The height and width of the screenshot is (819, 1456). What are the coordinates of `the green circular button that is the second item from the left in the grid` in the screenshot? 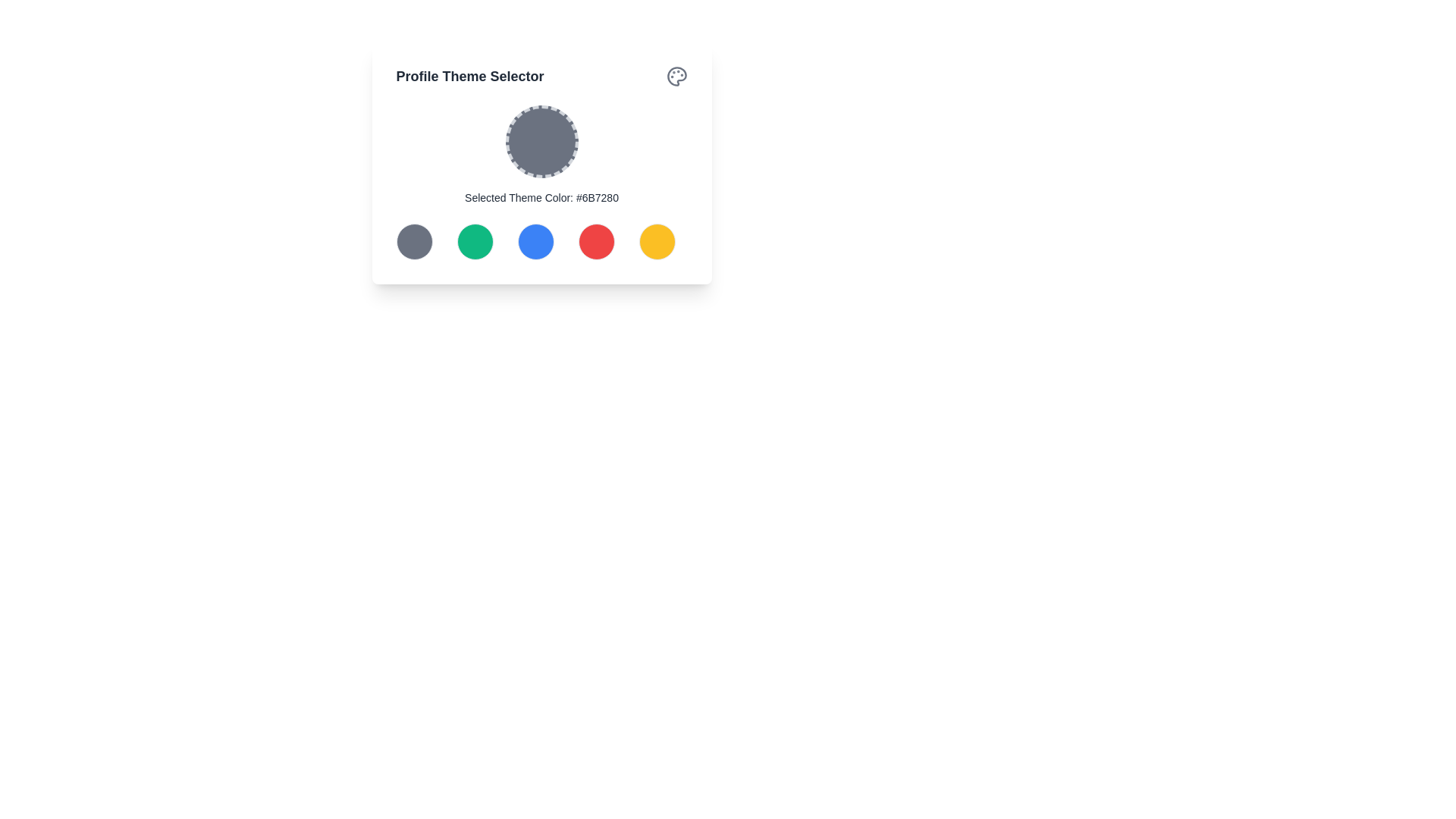 It's located at (474, 241).